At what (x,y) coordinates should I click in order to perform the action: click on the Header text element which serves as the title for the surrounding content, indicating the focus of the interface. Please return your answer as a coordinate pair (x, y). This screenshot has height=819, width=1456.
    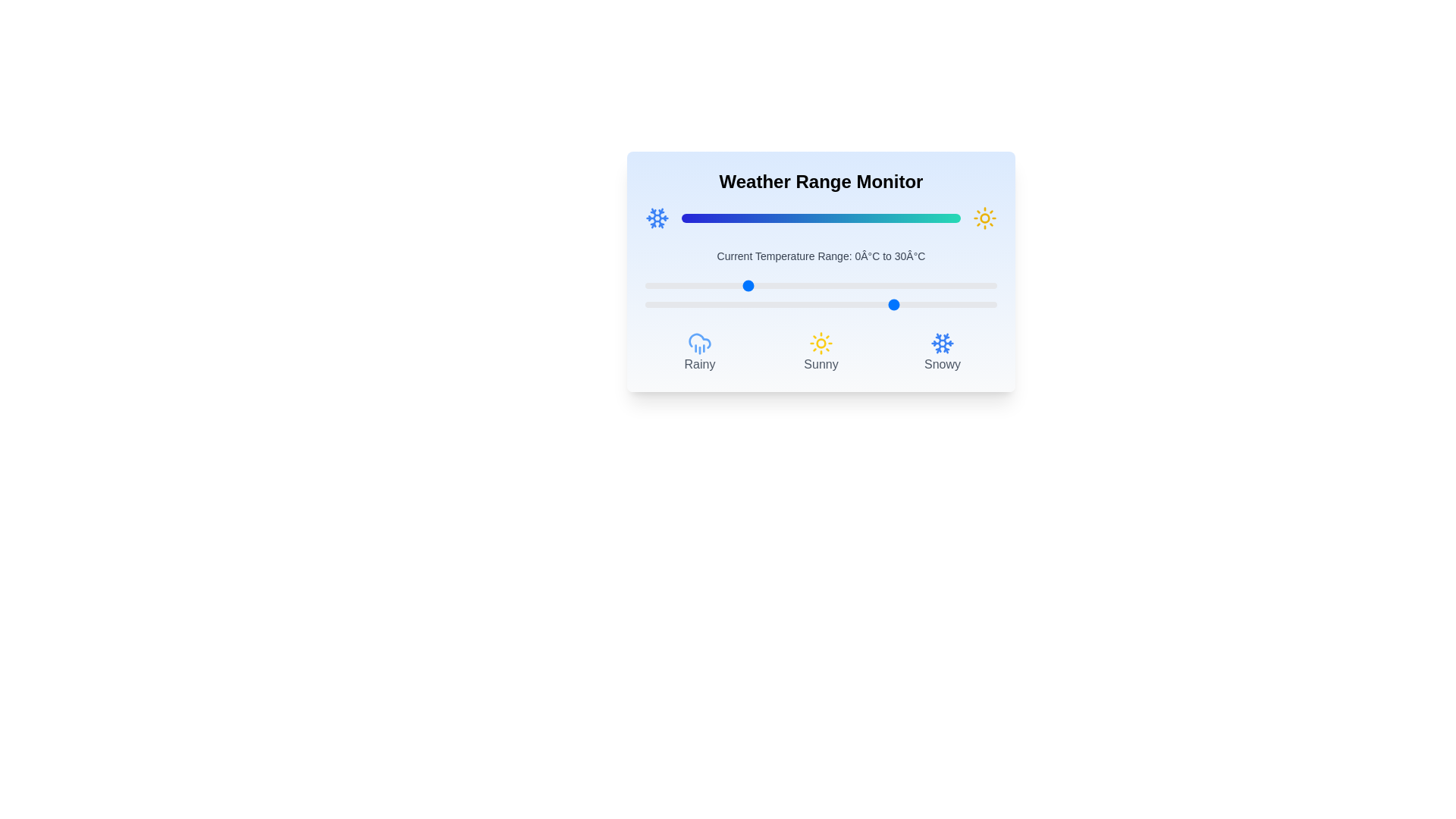
    Looking at the image, I should click on (821, 180).